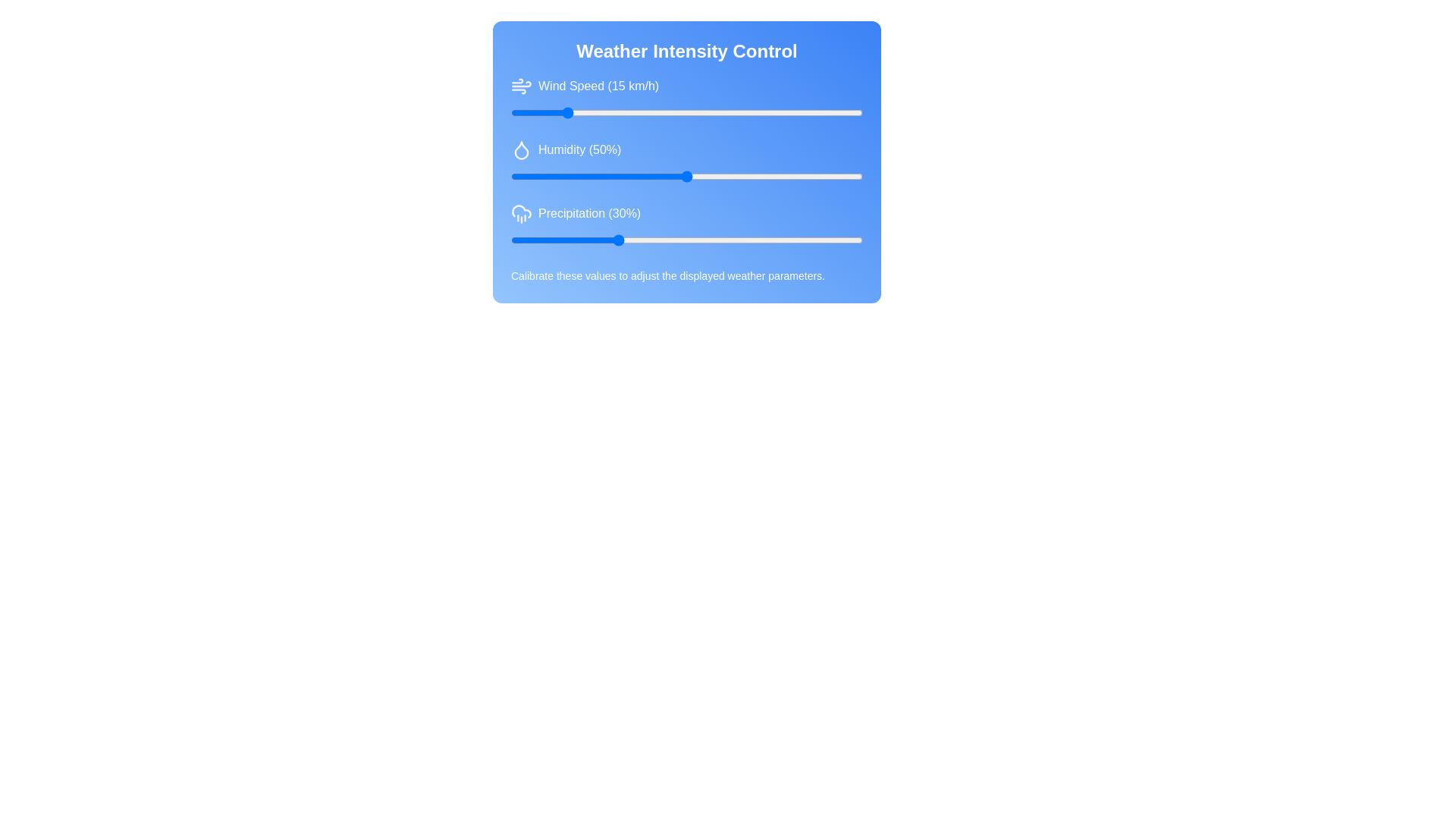 This screenshot has width=1456, height=819. Describe the element at coordinates (795, 175) in the screenshot. I see `the humidity` at that location.